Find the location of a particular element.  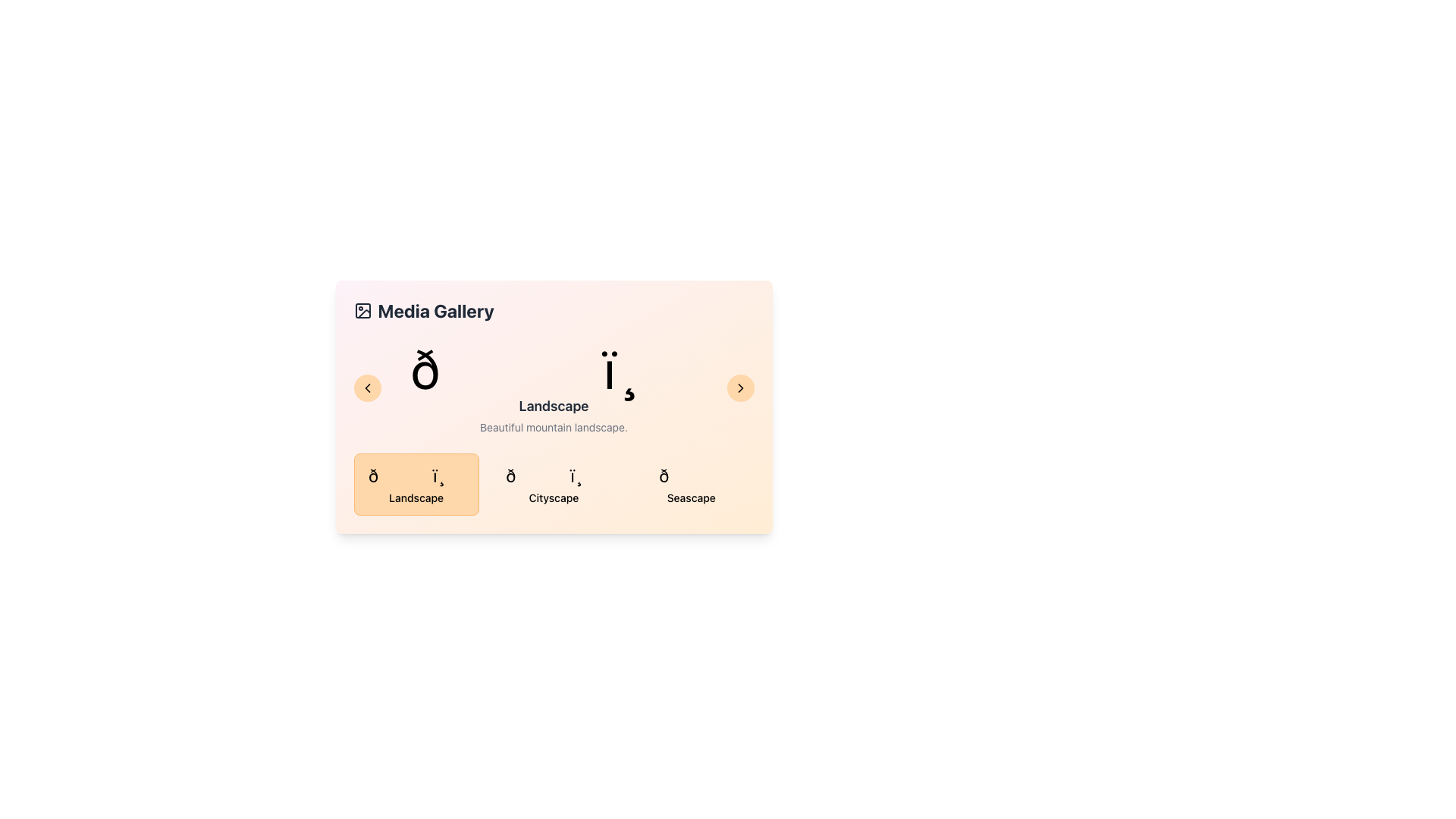

the right navigation chevron icon located in the top-right corner of the media gallery card is located at coordinates (740, 388).